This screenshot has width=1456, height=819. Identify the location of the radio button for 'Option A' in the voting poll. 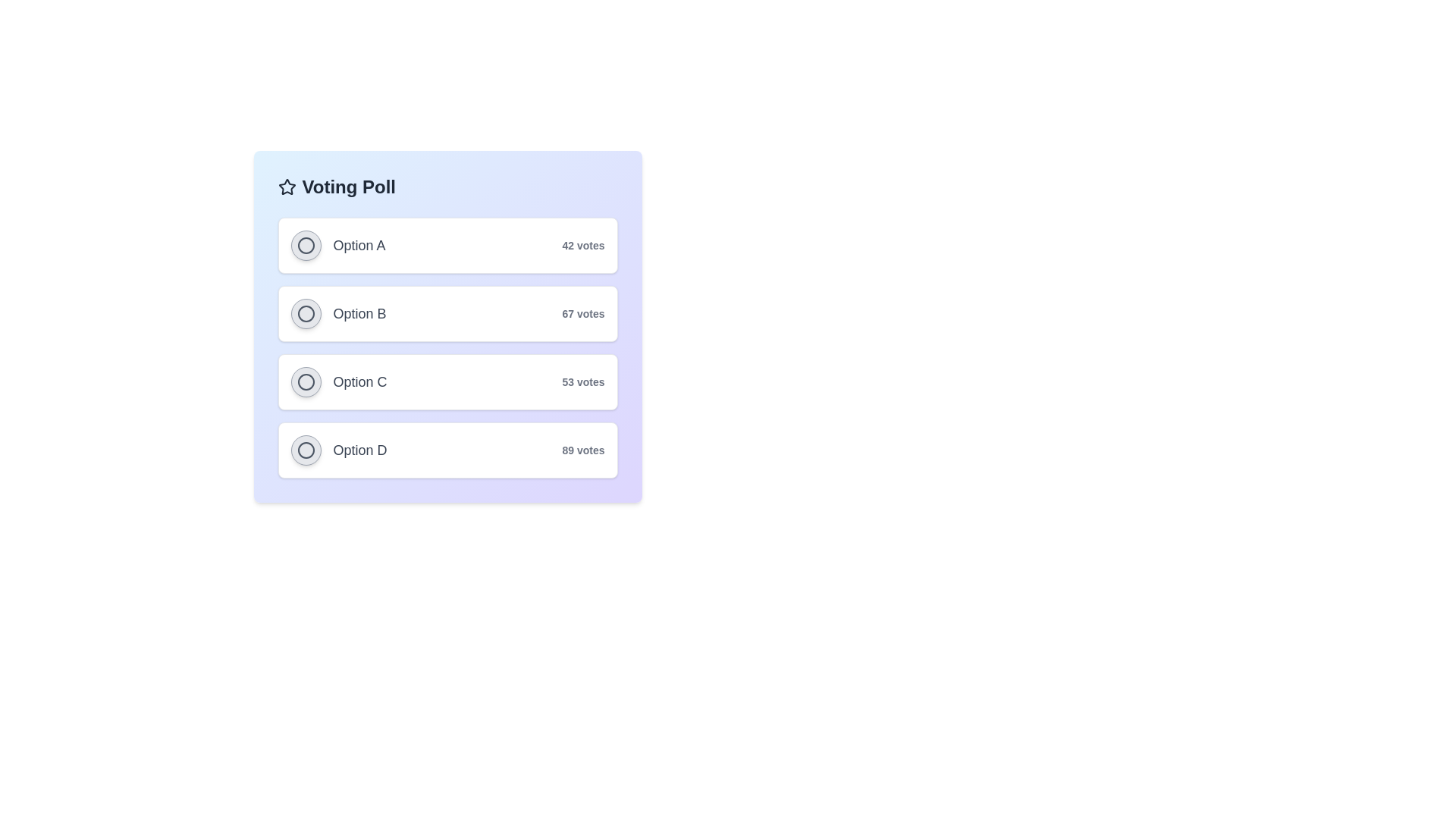
(305, 245).